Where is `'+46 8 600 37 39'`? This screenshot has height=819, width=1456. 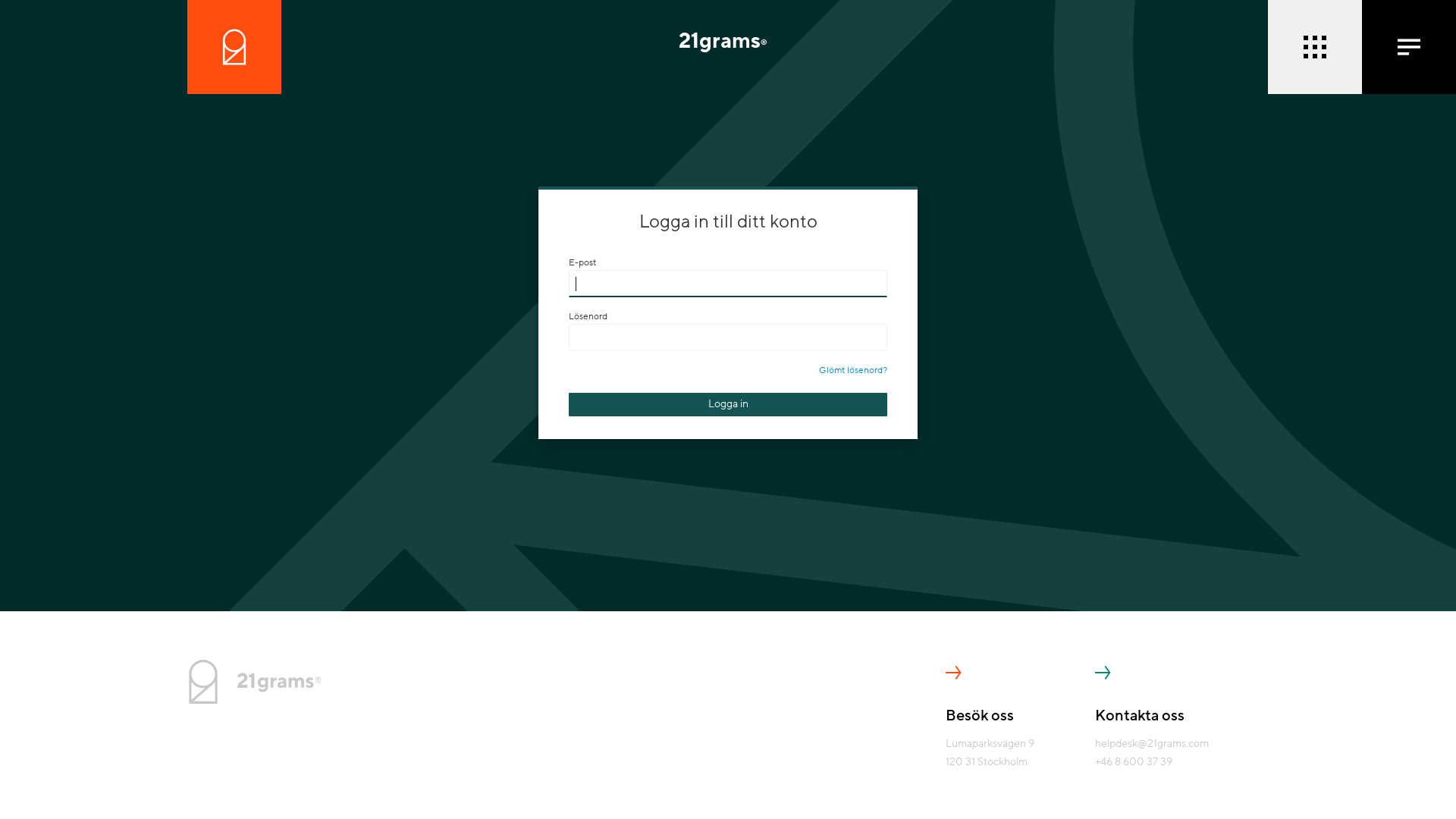 '+46 8 600 37 39' is located at coordinates (1133, 761).